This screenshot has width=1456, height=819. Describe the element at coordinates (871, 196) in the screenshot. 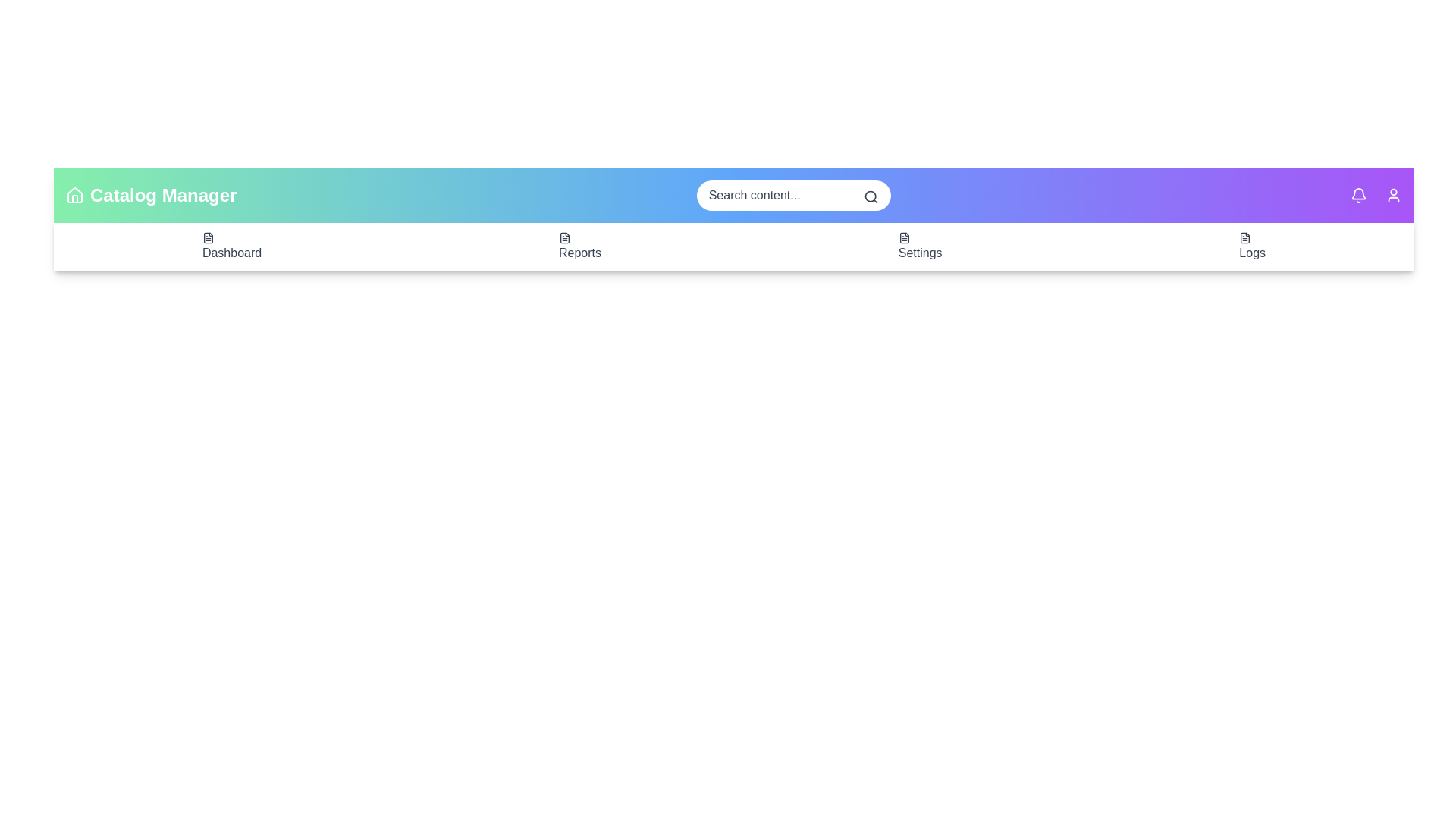

I see `search icon to initiate a search` at that location.